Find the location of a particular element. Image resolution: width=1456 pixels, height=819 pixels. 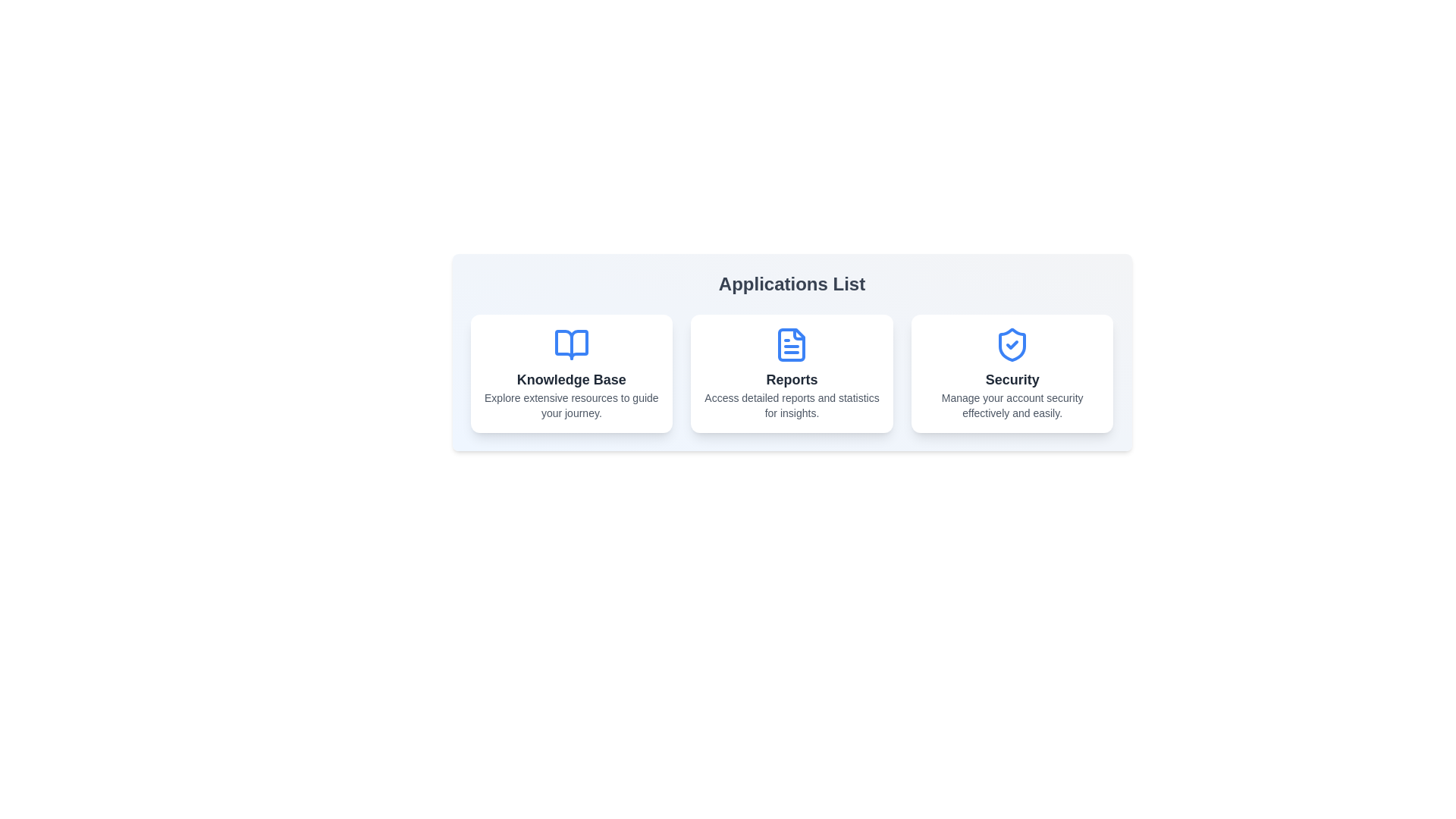

the Reports card to simulate an interaction is located at coordinates (791, 374).